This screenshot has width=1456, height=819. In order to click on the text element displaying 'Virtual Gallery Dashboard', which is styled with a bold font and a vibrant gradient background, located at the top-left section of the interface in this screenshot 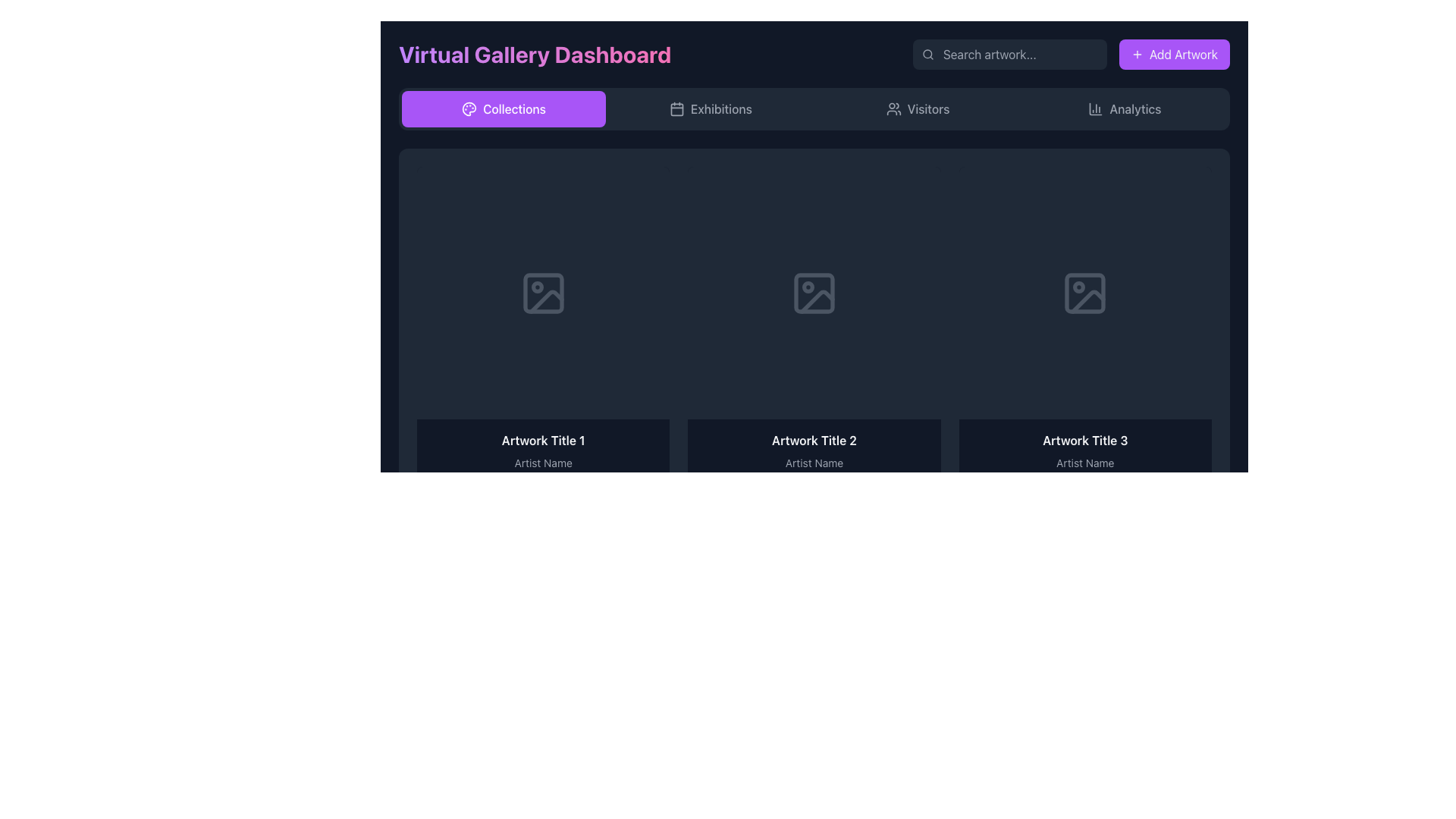, I will do `click(535, 54)`.